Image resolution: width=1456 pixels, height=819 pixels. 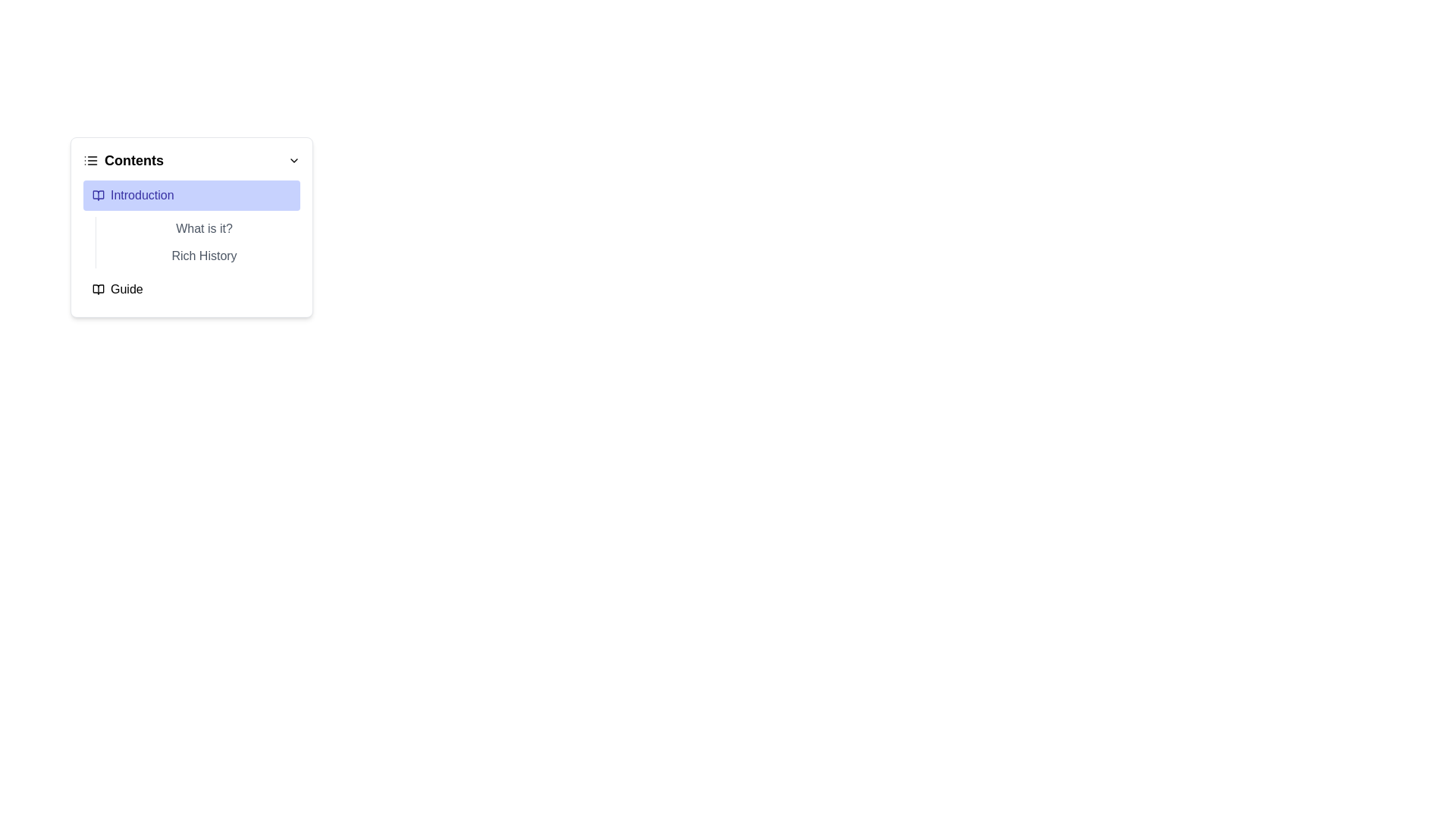 What do you see at coordinates (191, 289) in the screenshot?
I see `the clickable navigation link titled 'Guide' located at the bottom of the contents box beneath the sections labeled 'Introduction', 'What is it?', and 'Rich History'` at bounding box center [191, 289].